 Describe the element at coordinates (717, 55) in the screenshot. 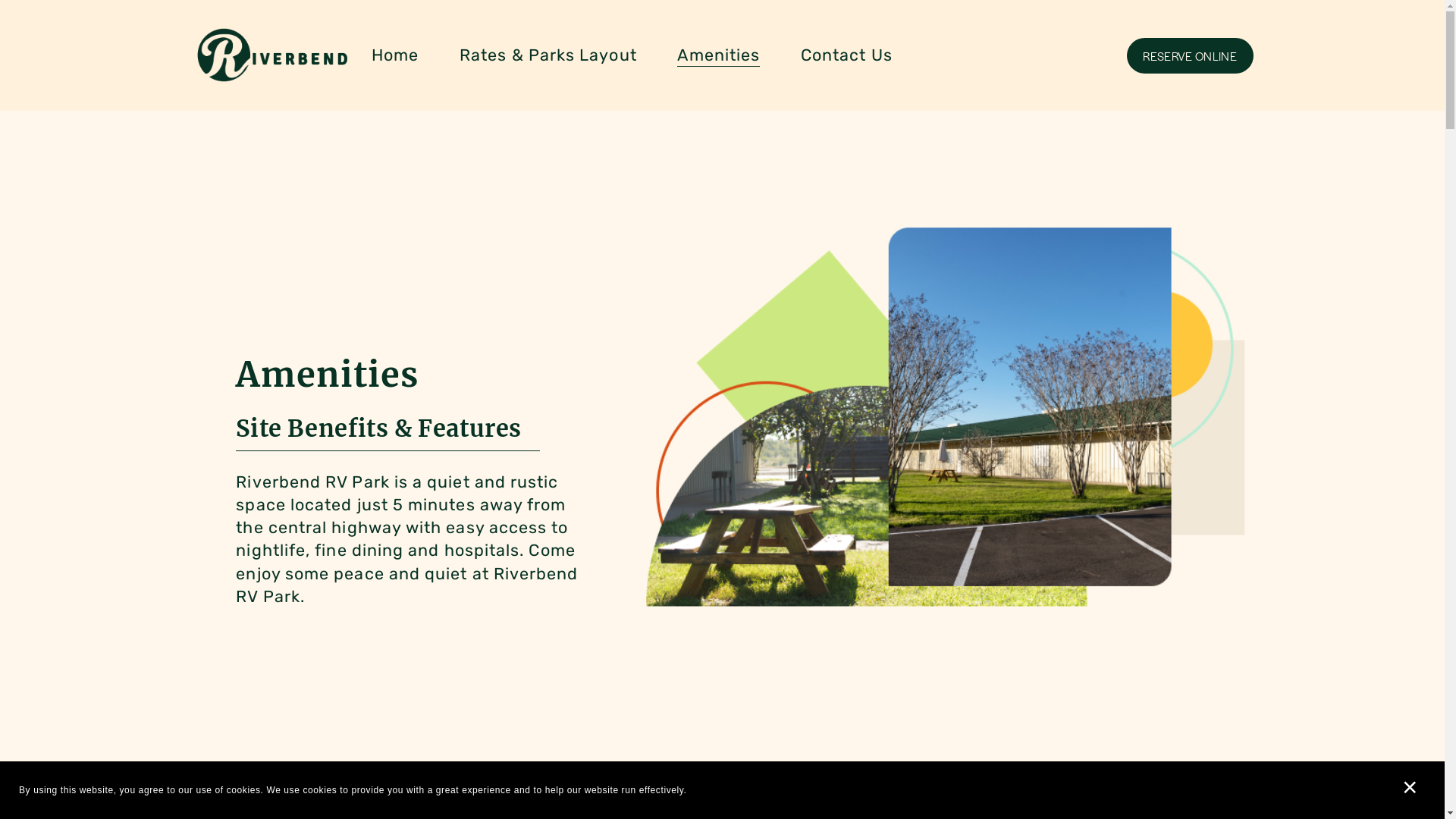

I see `'Amenities'` at that location.